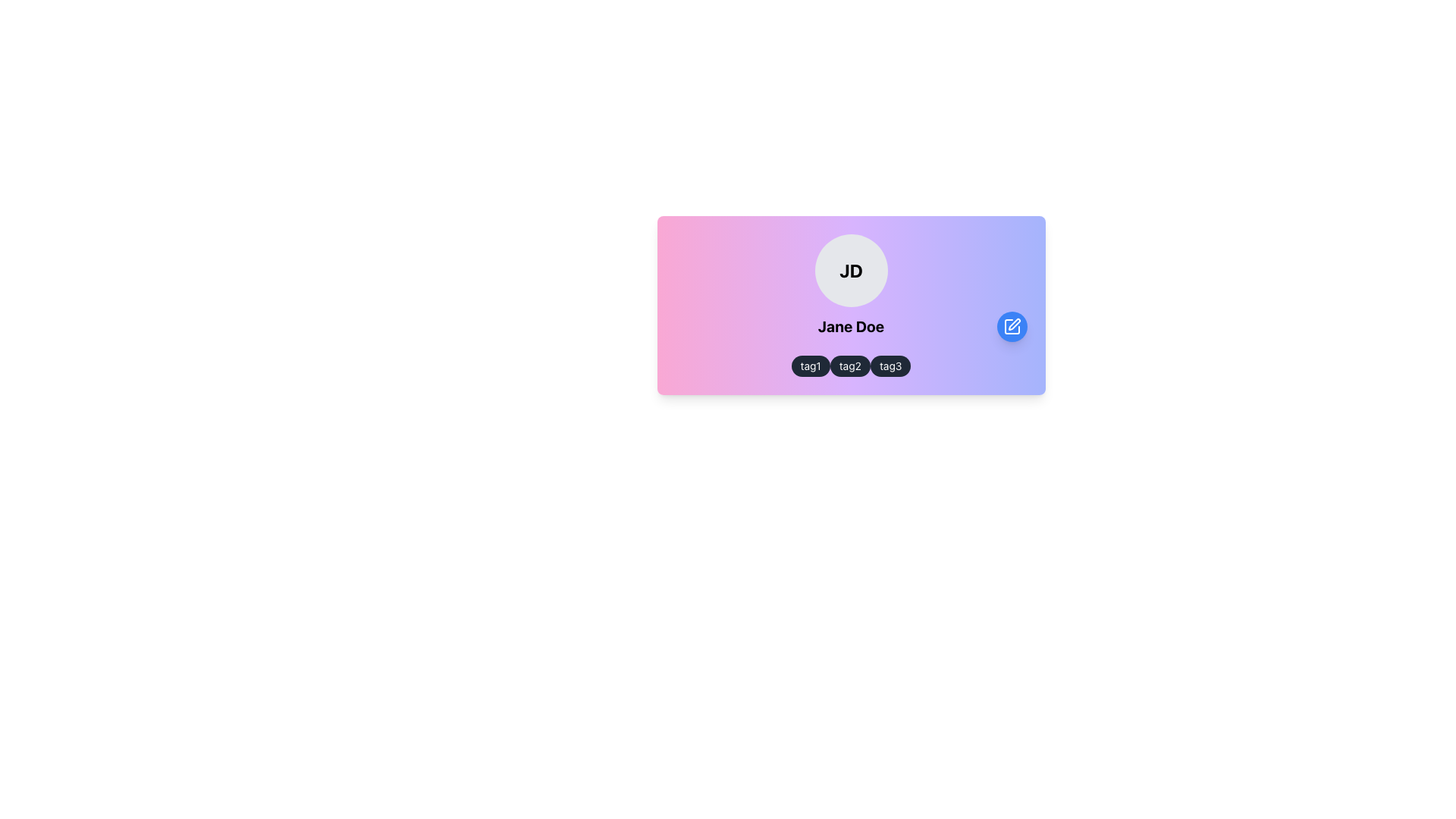 This screenshot has width=1456, height=819. Describe the element at coordinates (1014, 324) in the screenshot. I see `the pen icon within the blue circular button located at the top-right corner of the user card` at that location.